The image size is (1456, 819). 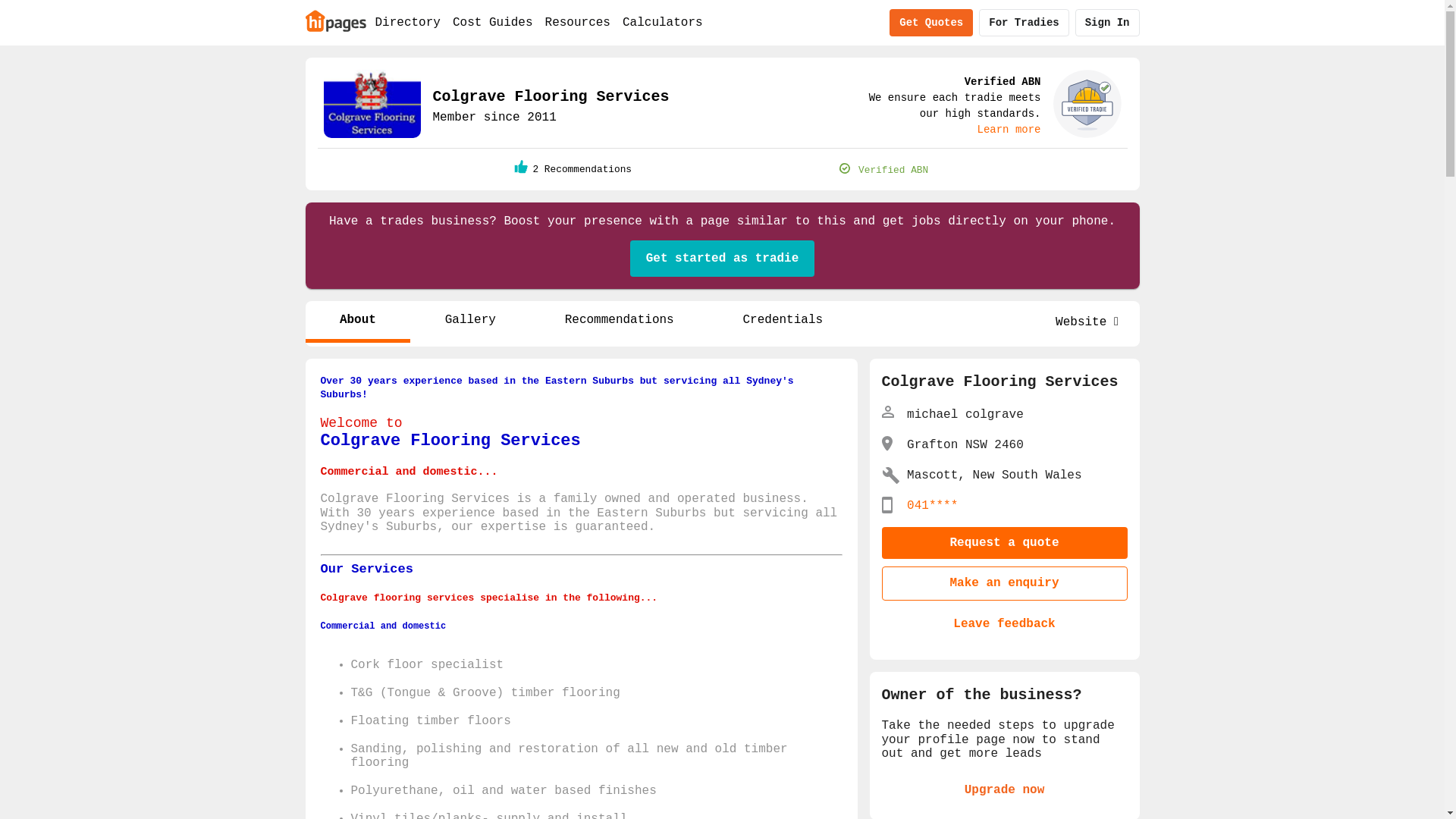 I want to click on 'For Tradies', so click(x=979, y=23).